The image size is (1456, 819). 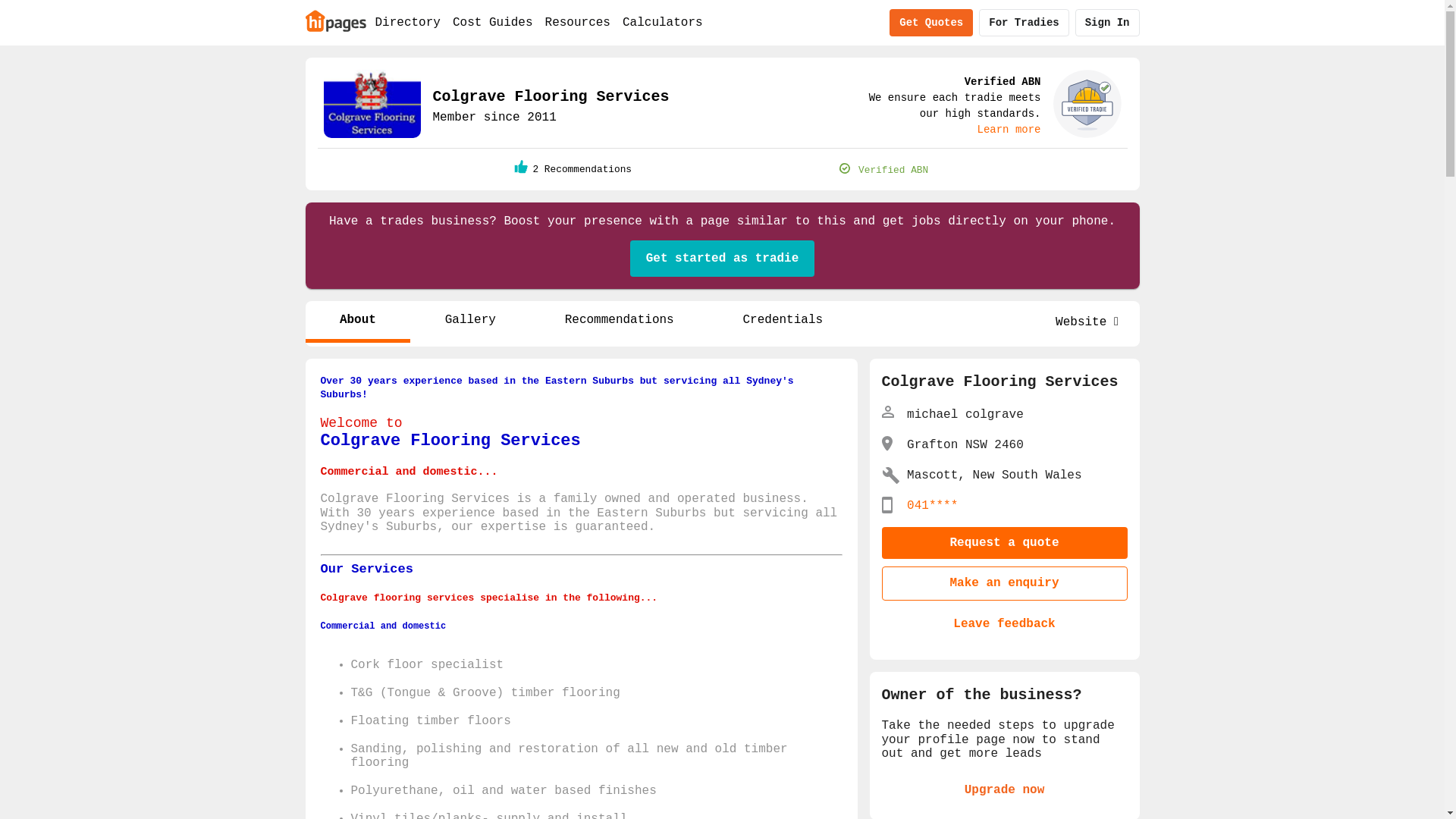 I want to click on 'For Tradies', so click(x=979, y=23).